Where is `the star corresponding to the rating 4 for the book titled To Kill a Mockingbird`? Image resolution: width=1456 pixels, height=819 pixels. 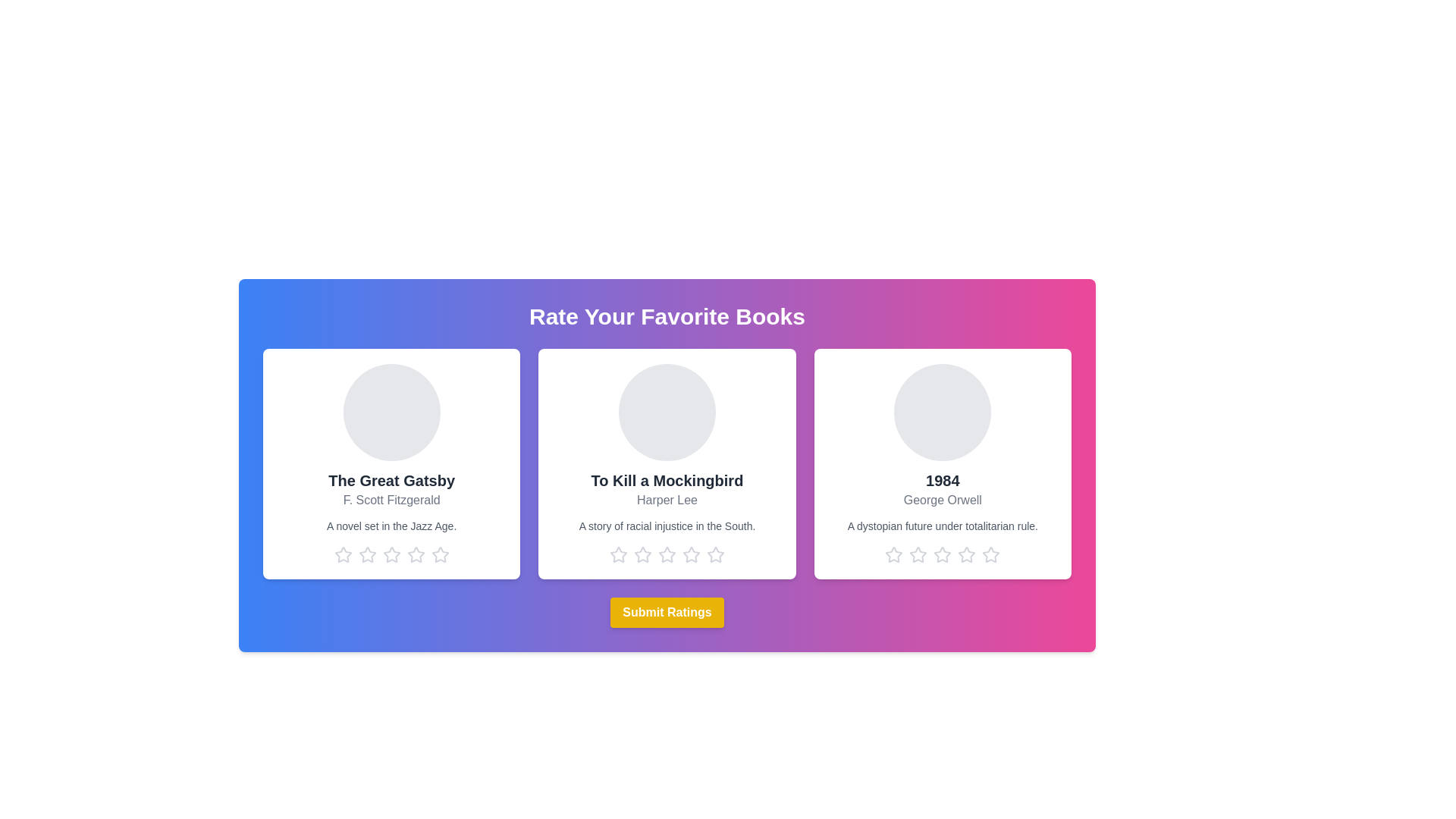 the star corresponding to the rating 4 for the book titled To Kill a Mockingbird is located at coordinates (691, 555).